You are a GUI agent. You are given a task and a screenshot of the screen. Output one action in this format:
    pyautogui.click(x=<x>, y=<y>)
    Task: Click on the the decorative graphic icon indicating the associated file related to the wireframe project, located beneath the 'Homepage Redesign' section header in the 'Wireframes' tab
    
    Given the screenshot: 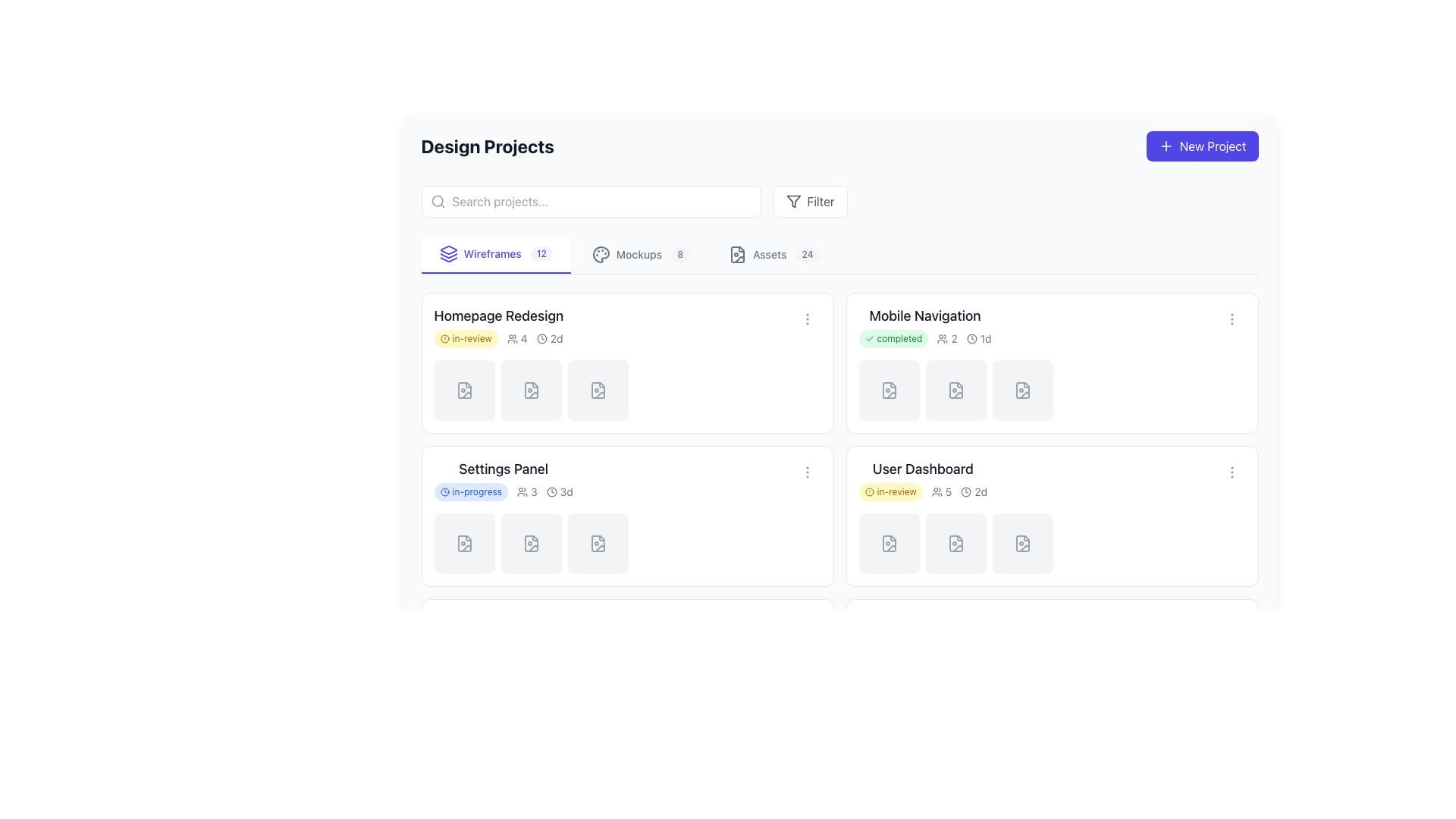 What is the action you would take?
    pyautogui.click(x=463, y=390)
    